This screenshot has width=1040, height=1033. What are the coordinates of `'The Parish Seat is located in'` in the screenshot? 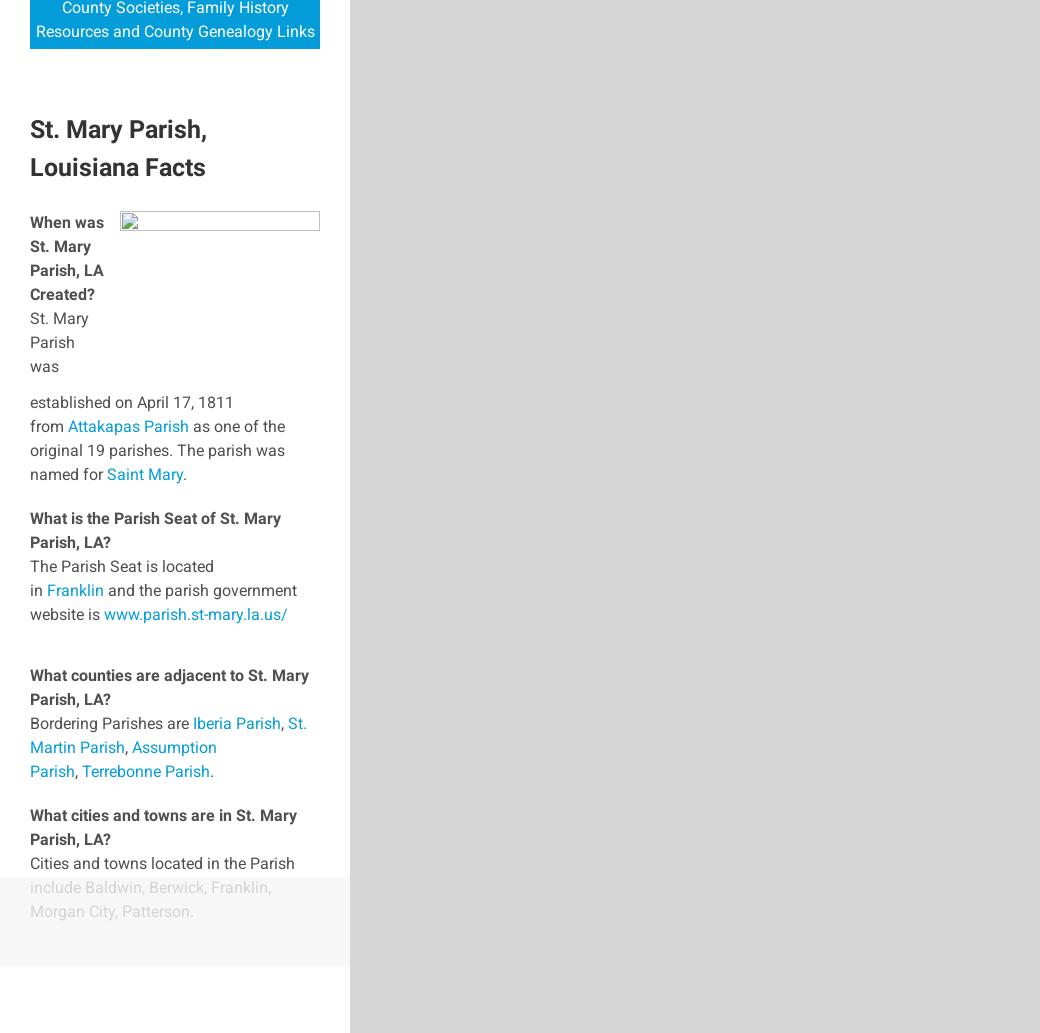 It's located at (120, 576).